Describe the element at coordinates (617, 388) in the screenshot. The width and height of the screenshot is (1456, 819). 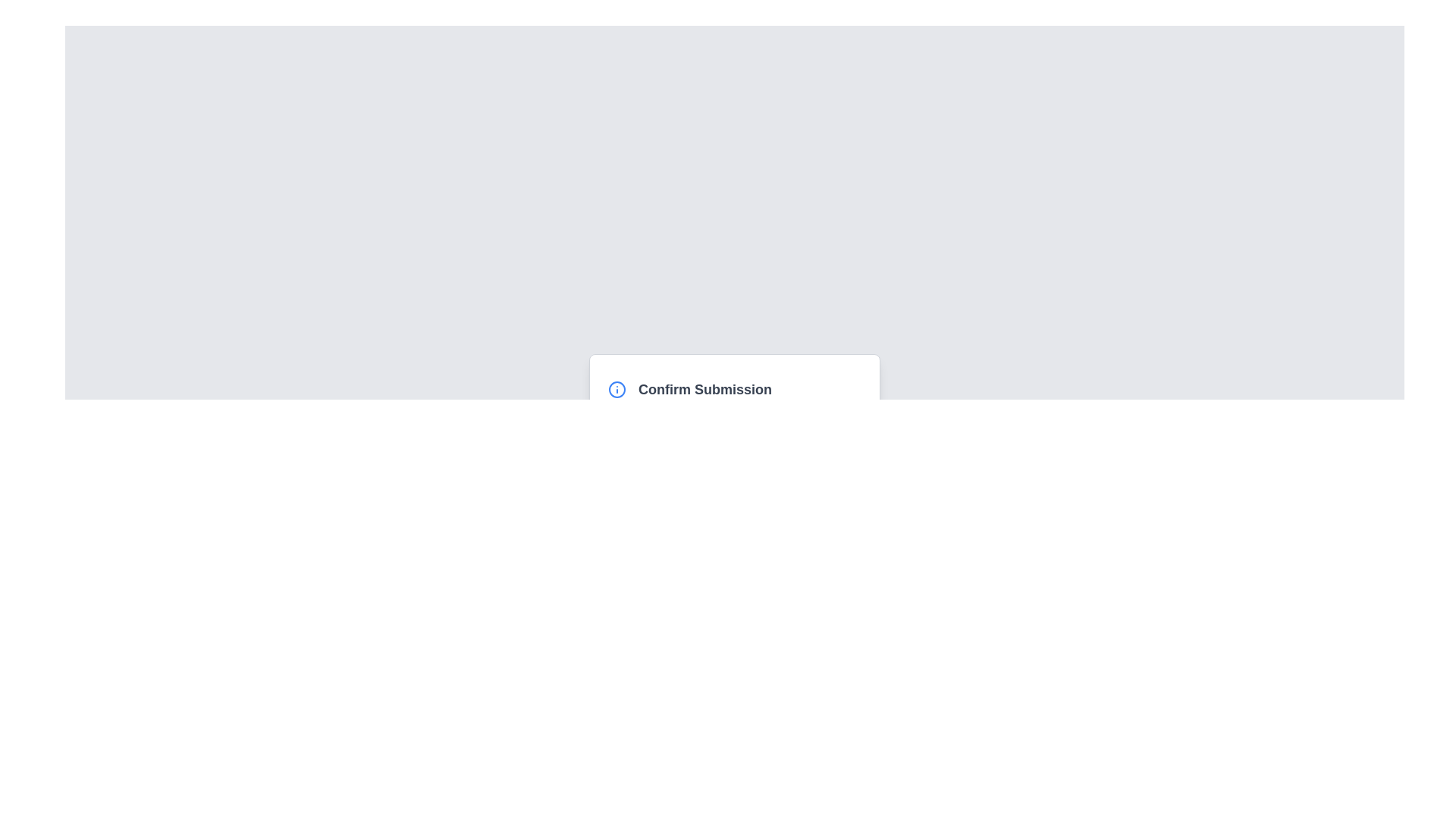
I see `the circular SVG graphic element with a blue outline located in the confirmation dialog box labeled 'Confirm Submission'` at that location.